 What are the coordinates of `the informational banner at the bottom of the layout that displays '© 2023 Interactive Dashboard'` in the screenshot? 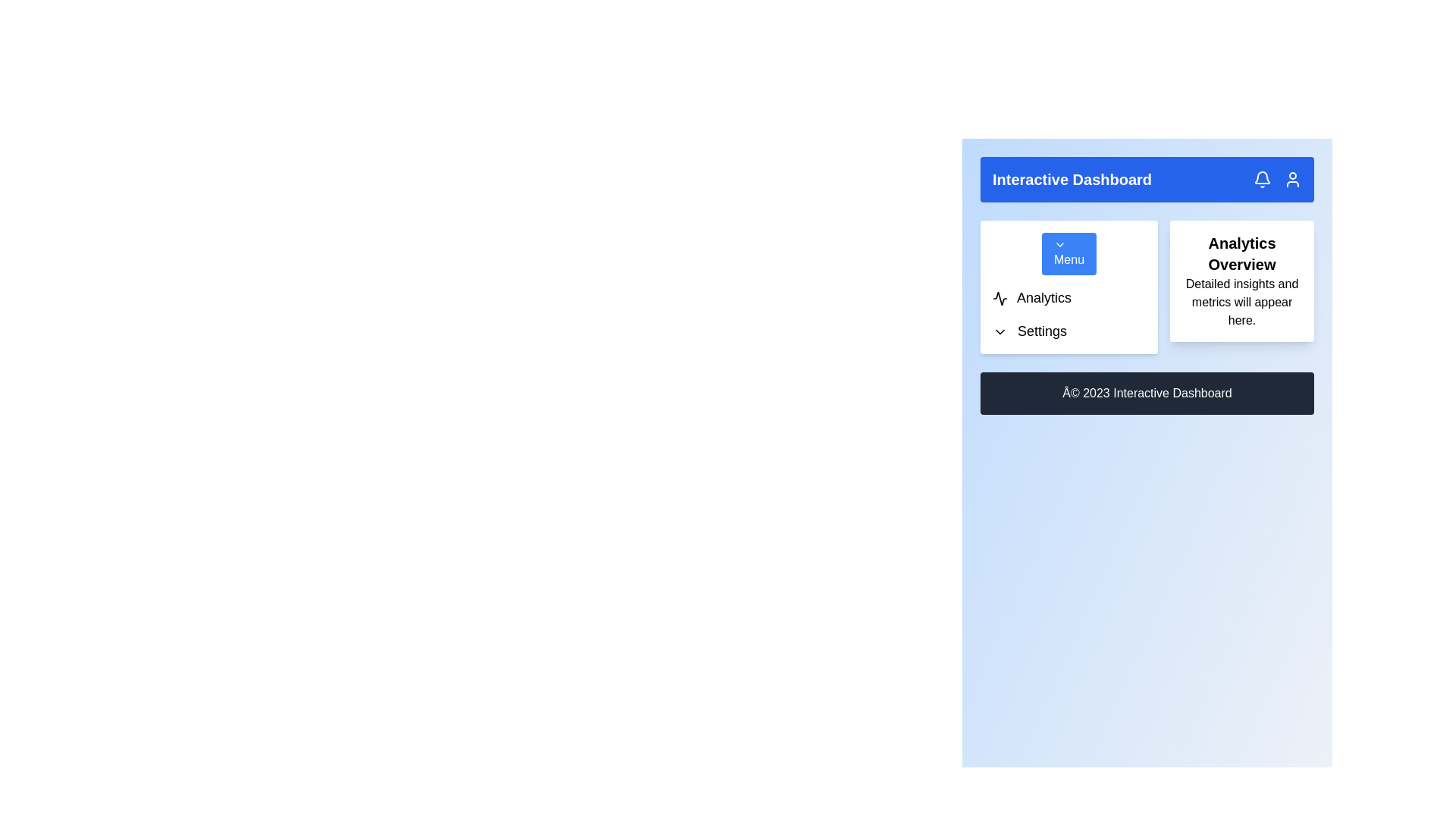 It's located at (1147, 393).